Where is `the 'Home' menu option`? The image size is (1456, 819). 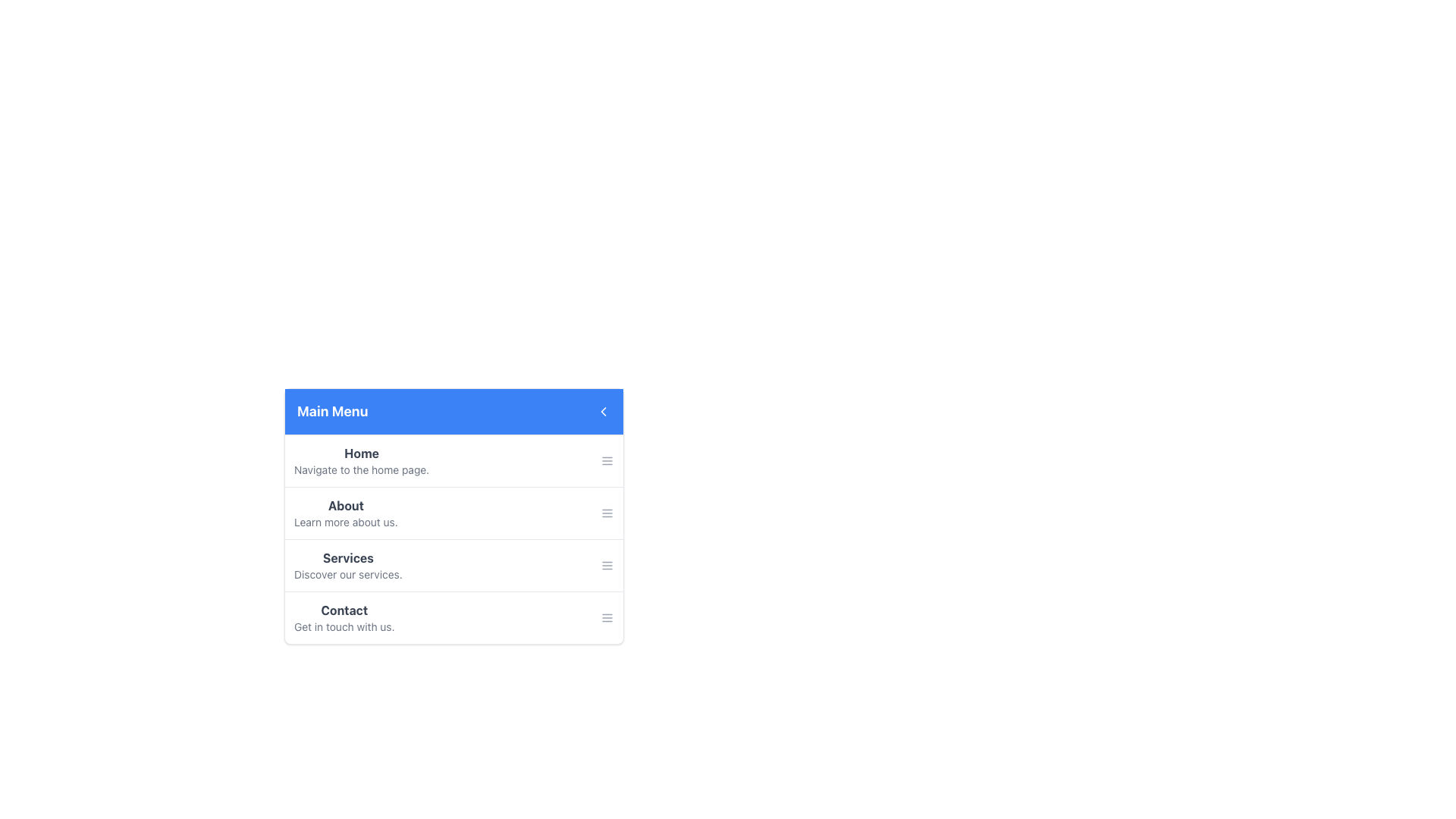
the 'Home' menu option is located at coordinates (361, 460).